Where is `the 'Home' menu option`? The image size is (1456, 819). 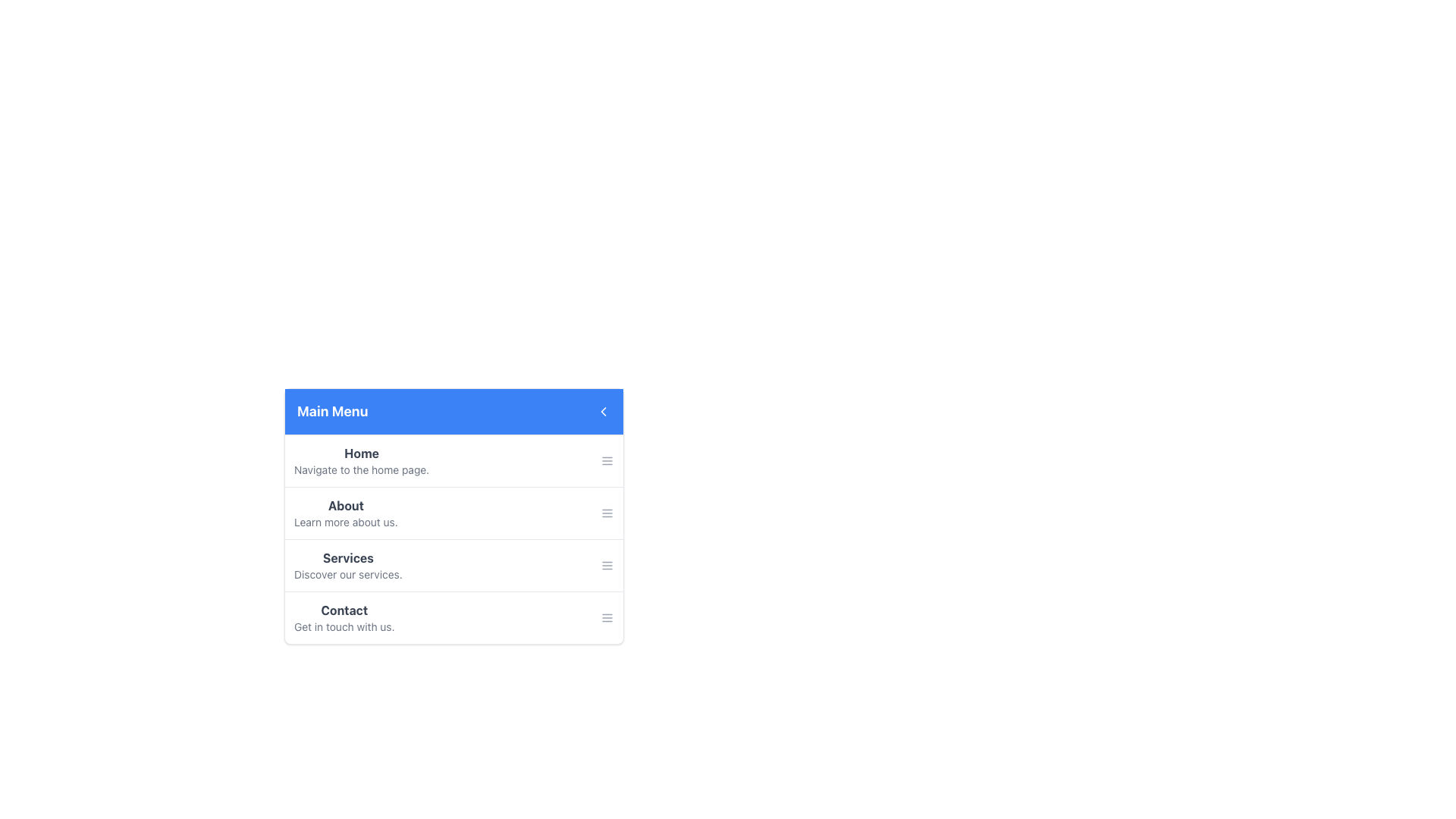
the 'Home' menu option is located at coordinates (361, 460).